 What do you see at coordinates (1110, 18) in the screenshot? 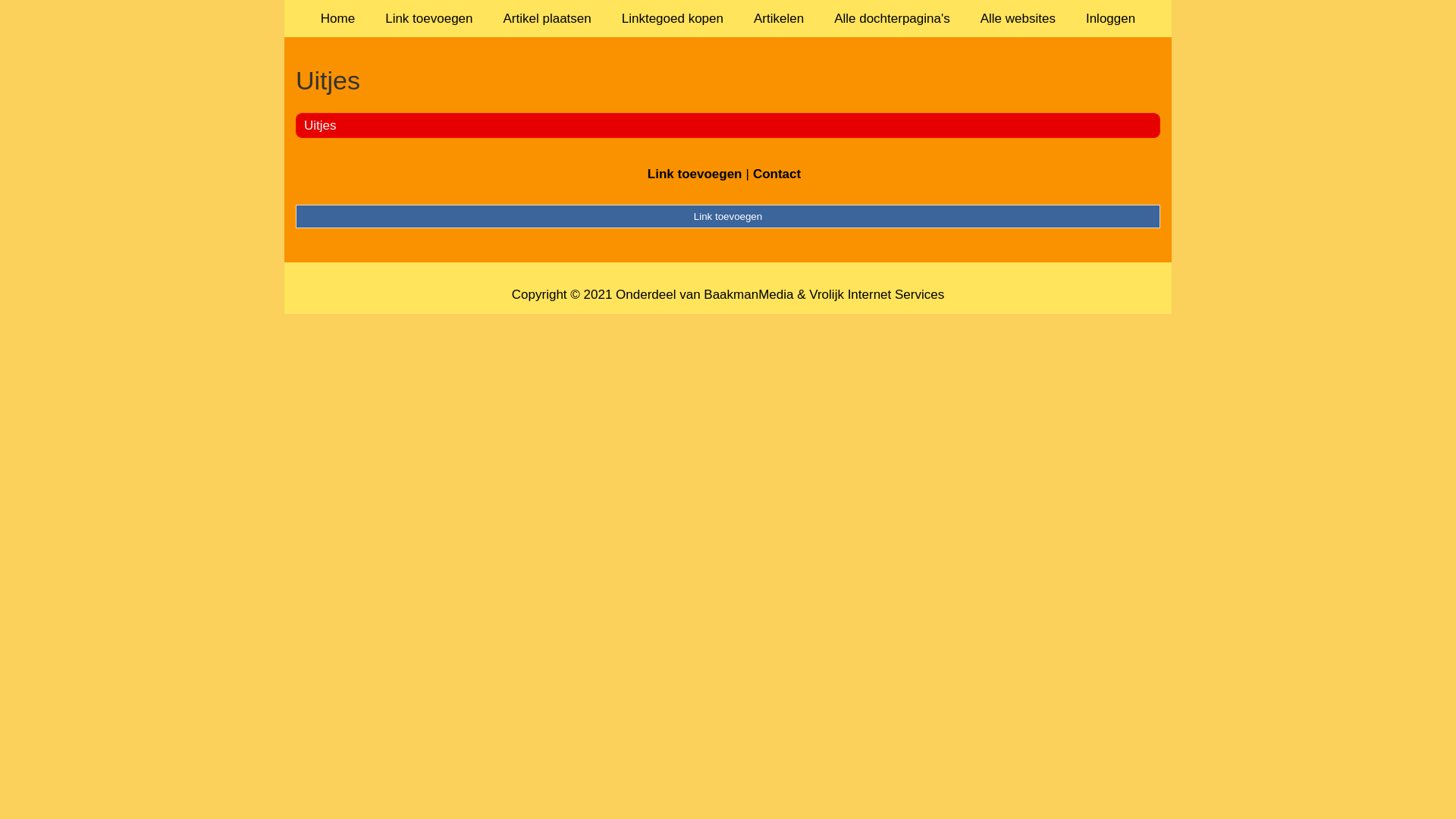
I see `'Inloggen'` at bounding box center [1110, 18].